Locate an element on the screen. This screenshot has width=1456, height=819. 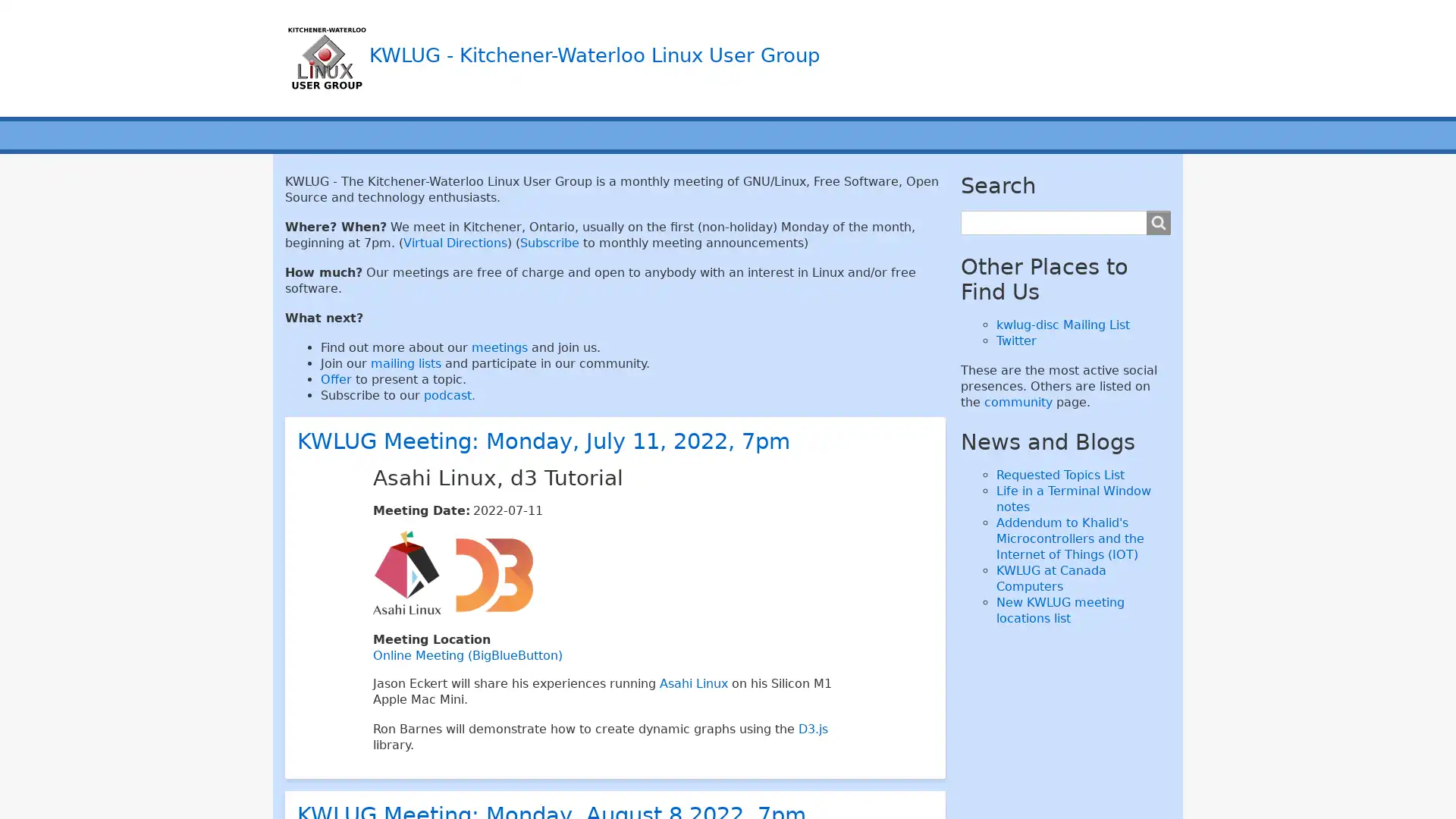
Search is located at coordinates (1157, 222).